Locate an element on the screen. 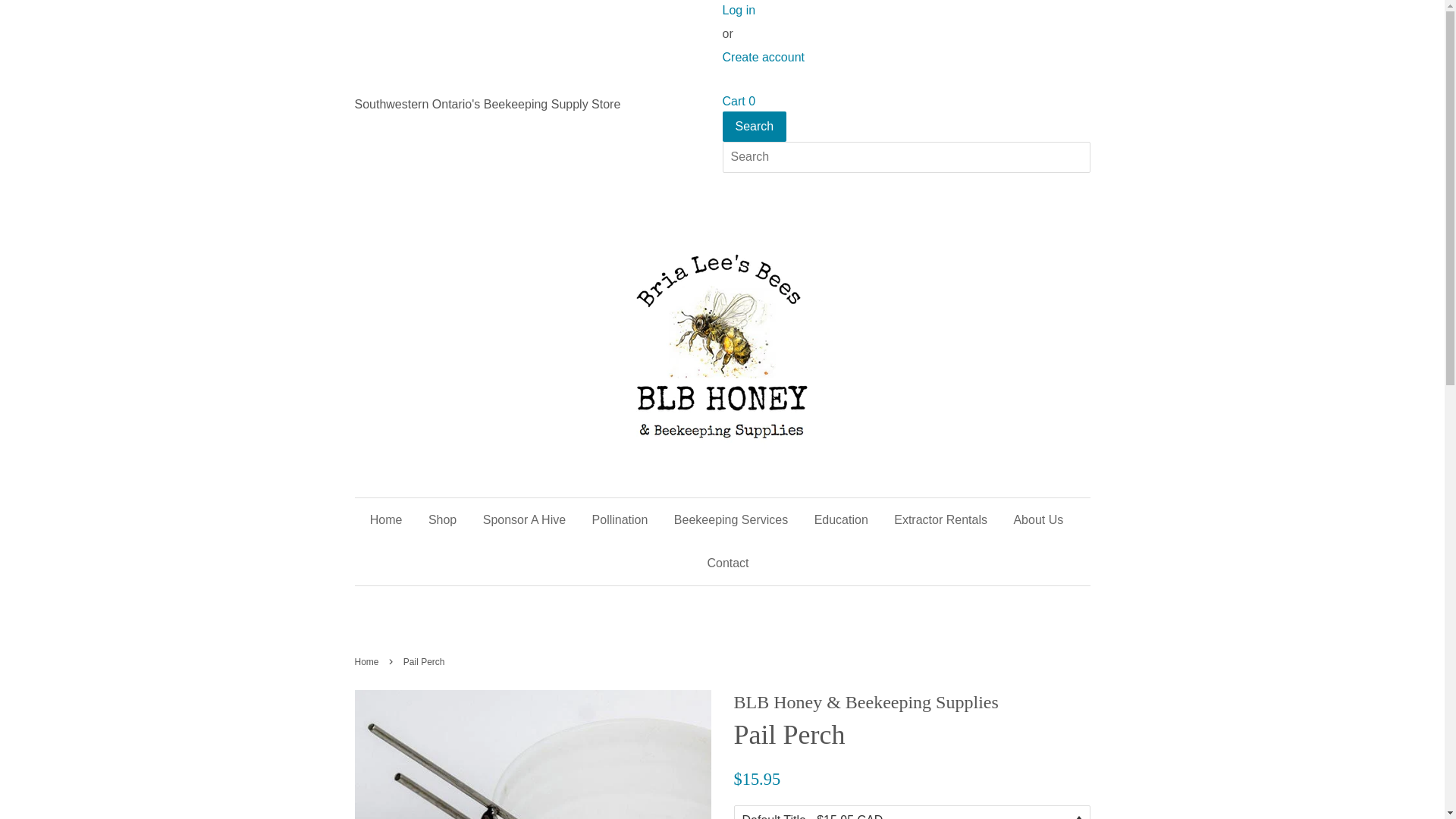 The image size is (1456, 819). 'Home' is located at coordinates (392, 519).